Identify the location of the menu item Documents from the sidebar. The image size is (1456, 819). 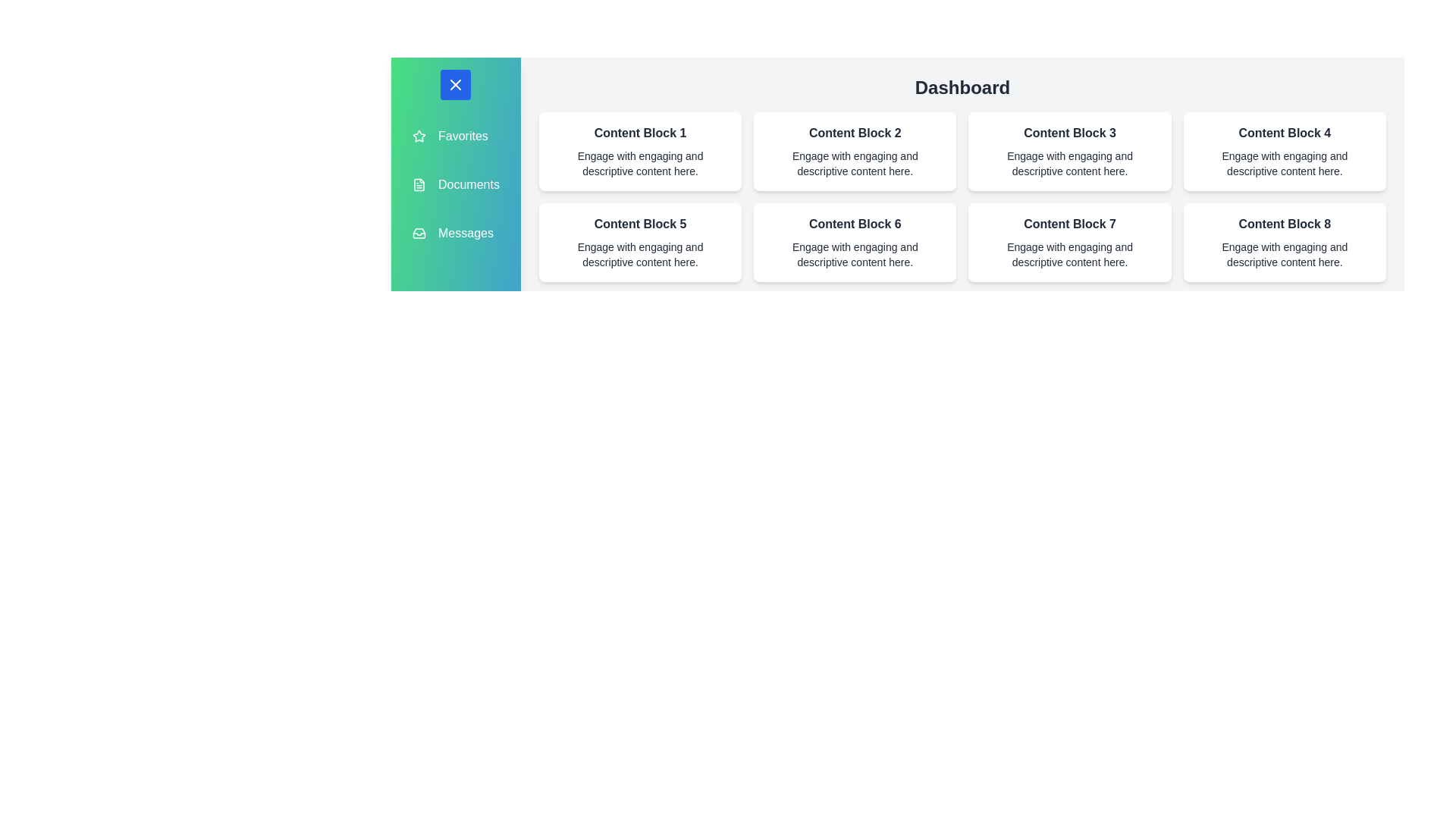
(454, 184).